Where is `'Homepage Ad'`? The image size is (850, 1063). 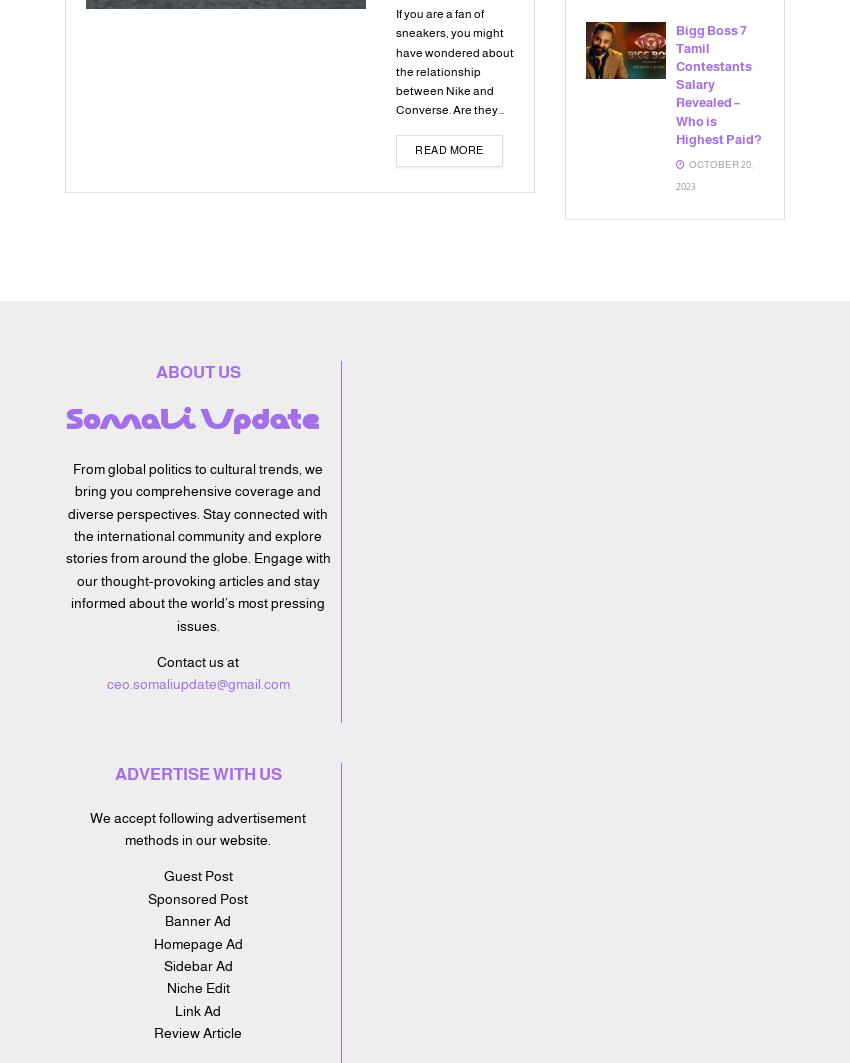
'Homepage Ad' is located at coordinates (196, 941).